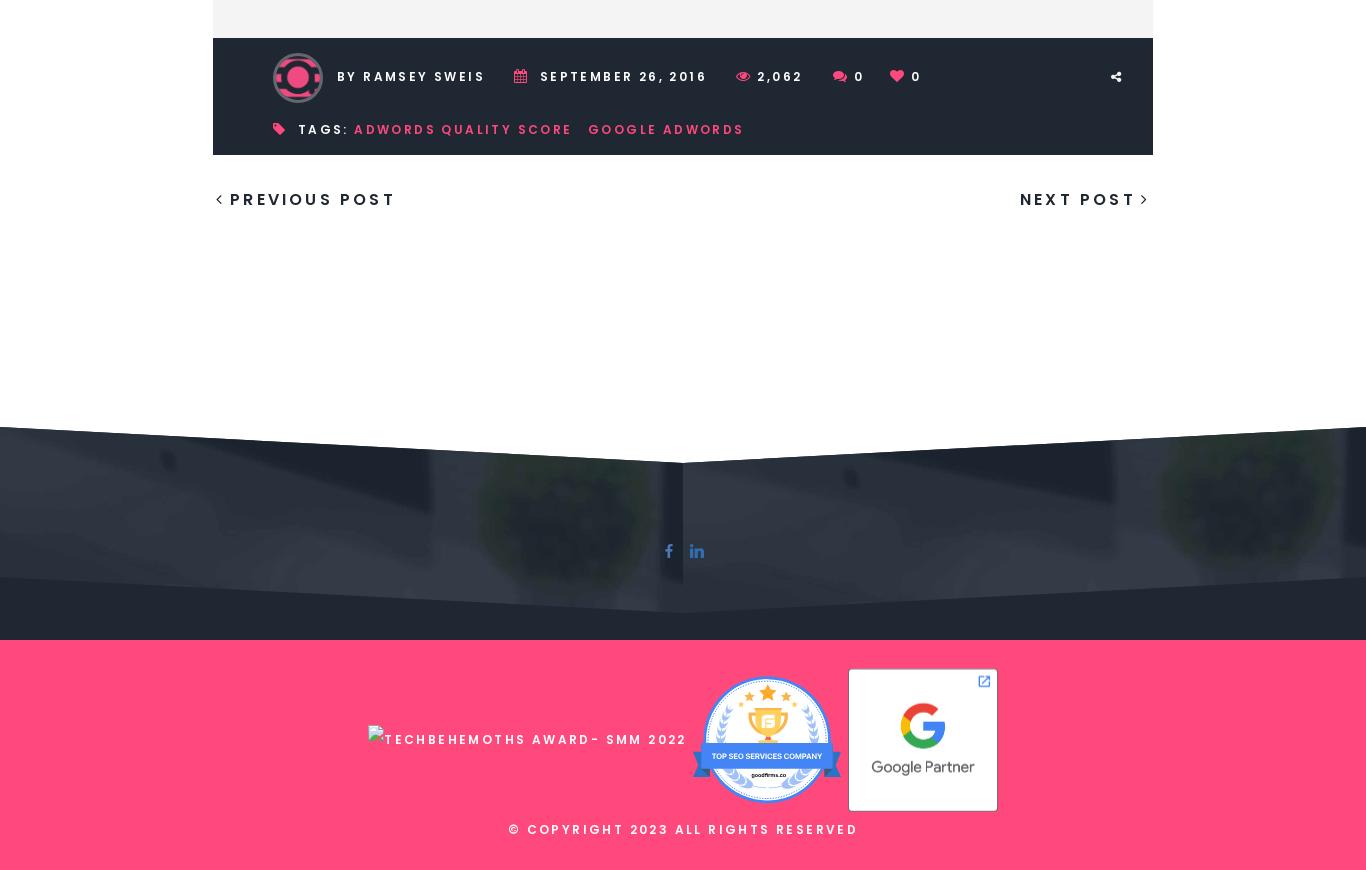 This screenshot has height=870, width=1366. I want to click on 'by Ramsey Sweis', so click(410, 75).